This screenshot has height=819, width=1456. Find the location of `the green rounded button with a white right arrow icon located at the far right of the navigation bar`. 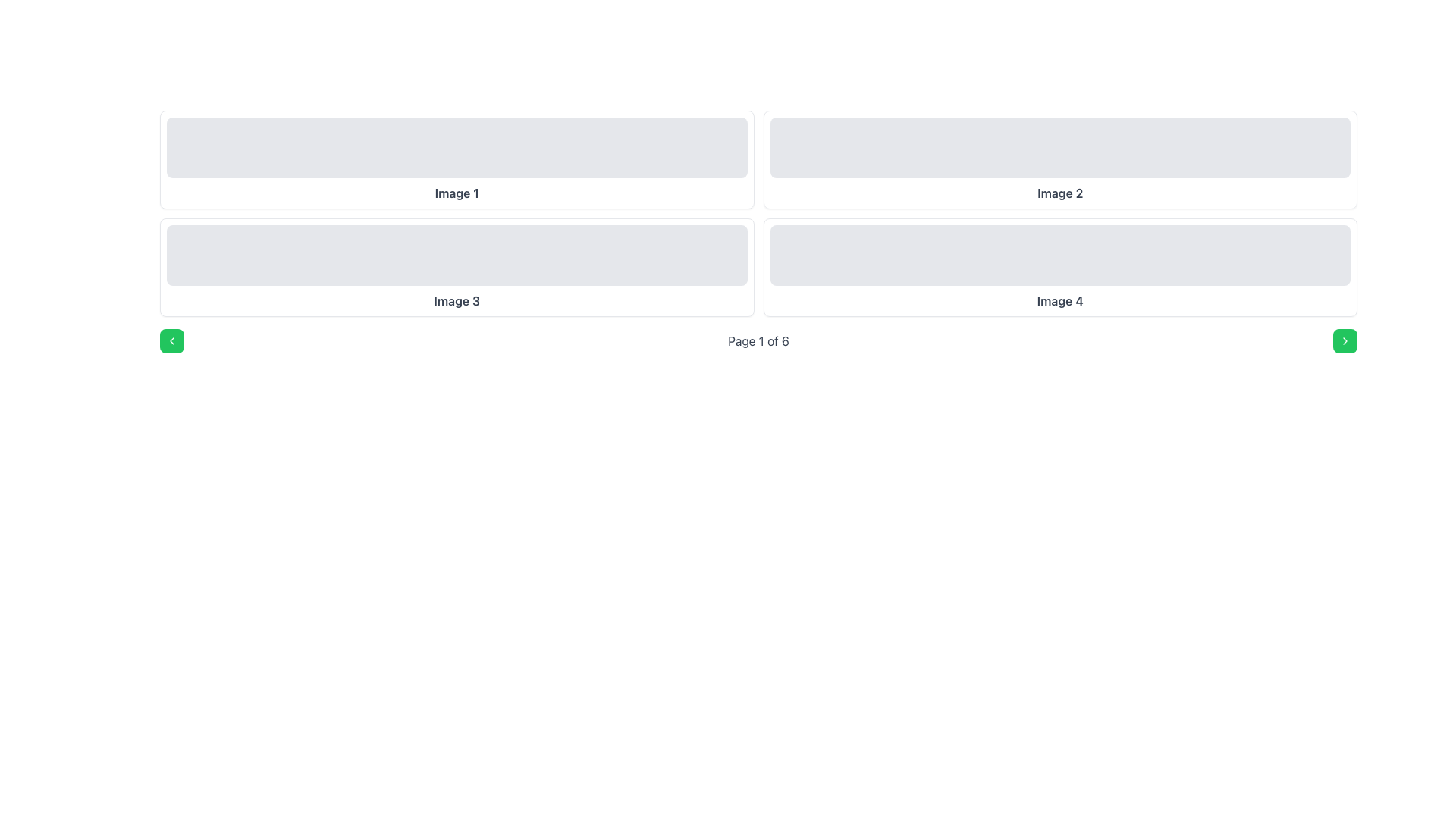

the green rounded button with a white right arrow icon located at the far right of the navigation bar is located at coordinates (1345, 341).